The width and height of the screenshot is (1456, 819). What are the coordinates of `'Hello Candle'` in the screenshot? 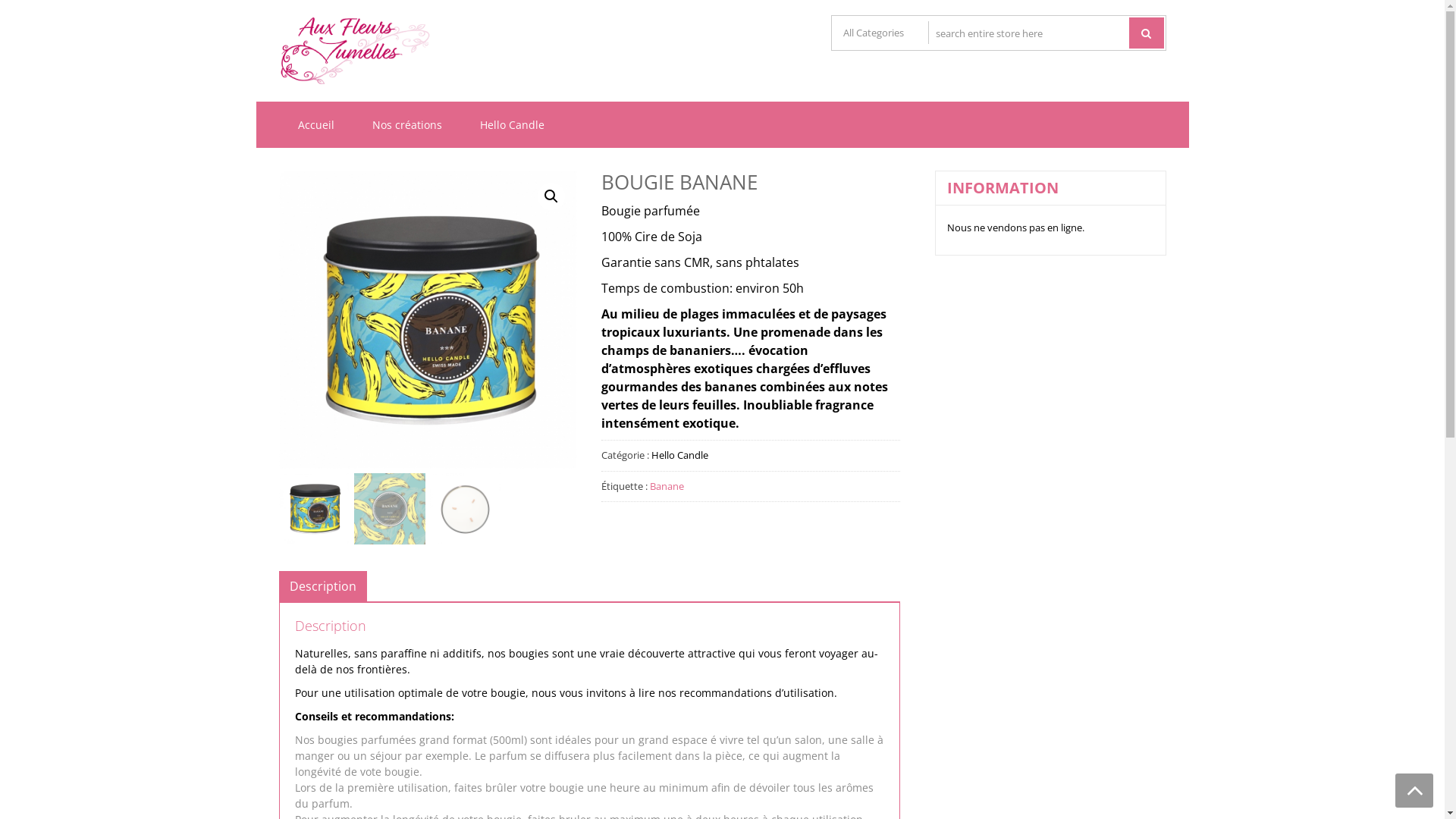 It's located at (460, 124).